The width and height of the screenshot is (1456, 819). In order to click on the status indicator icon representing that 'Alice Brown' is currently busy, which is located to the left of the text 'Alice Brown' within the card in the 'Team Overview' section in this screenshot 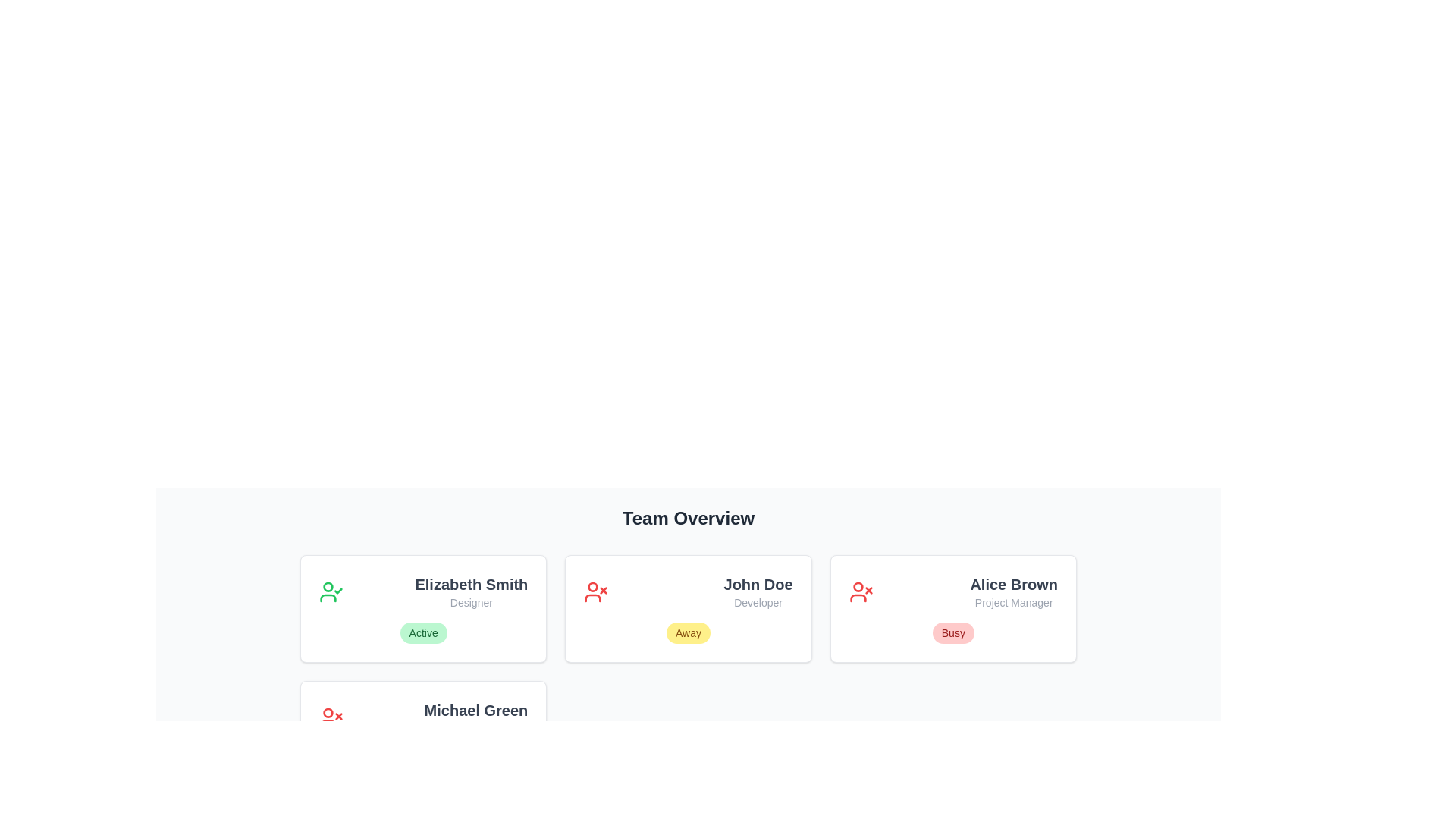, I will do `click(861, 591)`.